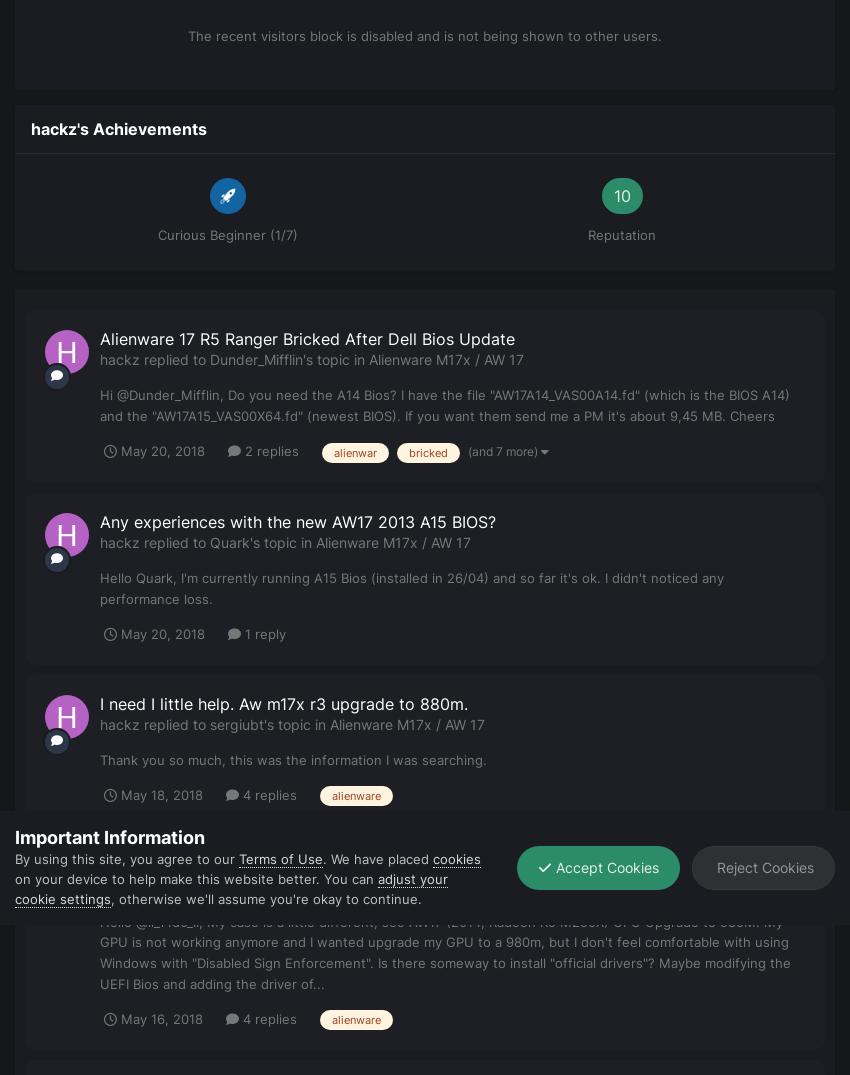 Image resolution: width=850 pixels, height=1075 pixels. I want to click on '10', so click(620, 195).